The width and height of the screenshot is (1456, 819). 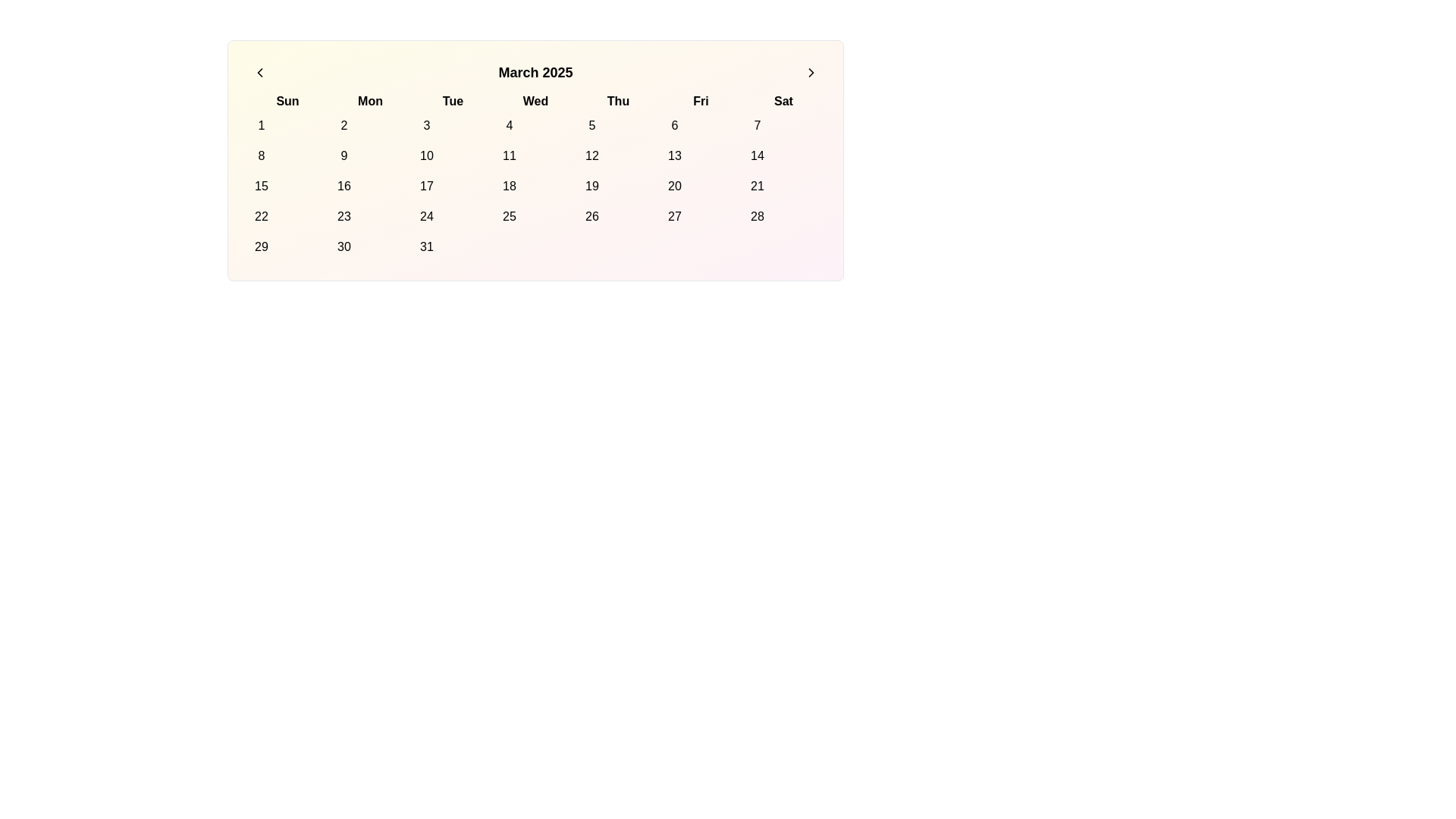 I want to click on the 'next' button icon located on the right-hand side of the top bar in the calendar interface, so click(x=811, y=73).